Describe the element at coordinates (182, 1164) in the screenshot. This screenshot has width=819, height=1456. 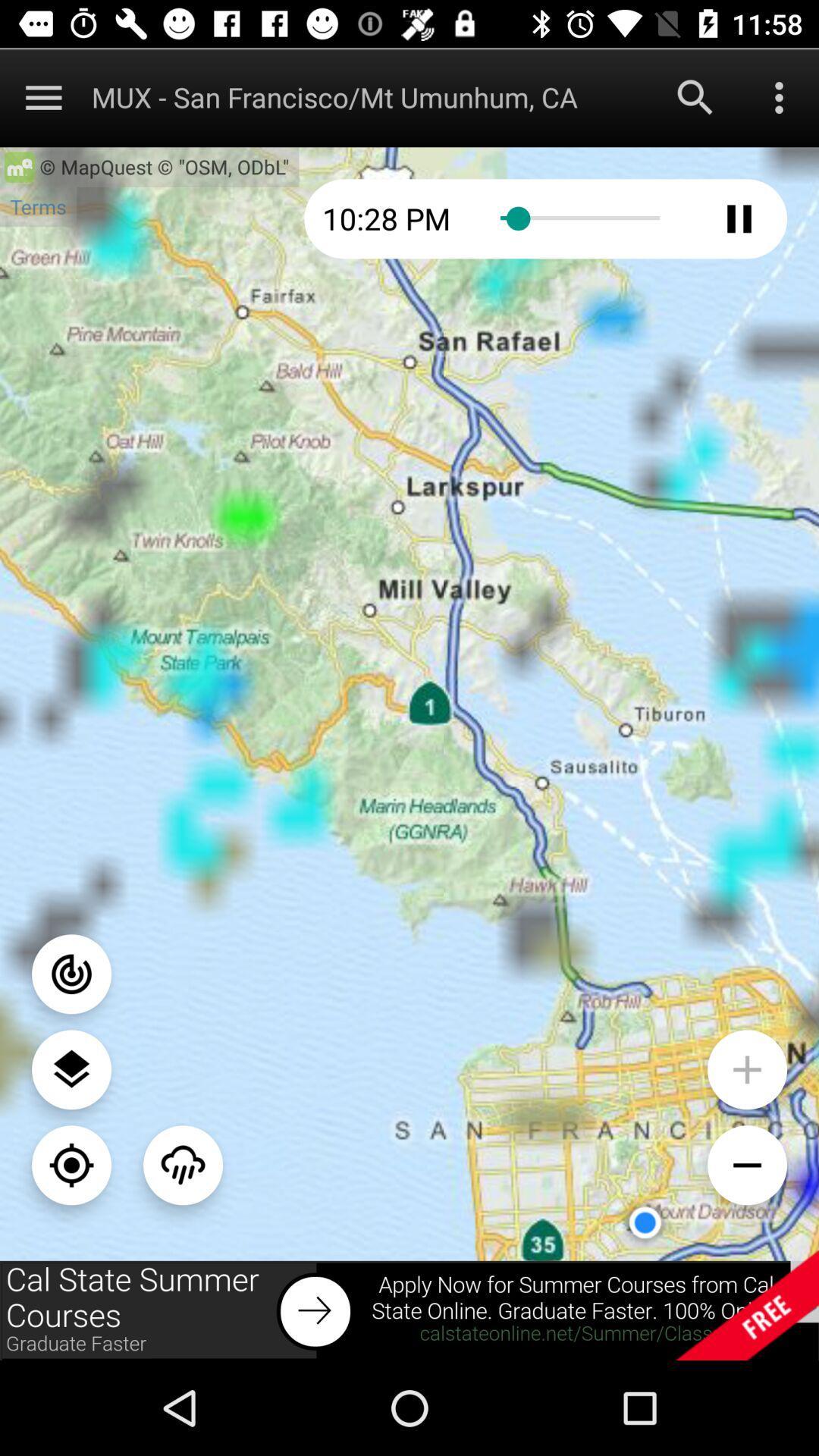
I see `the weather icon` at that location.